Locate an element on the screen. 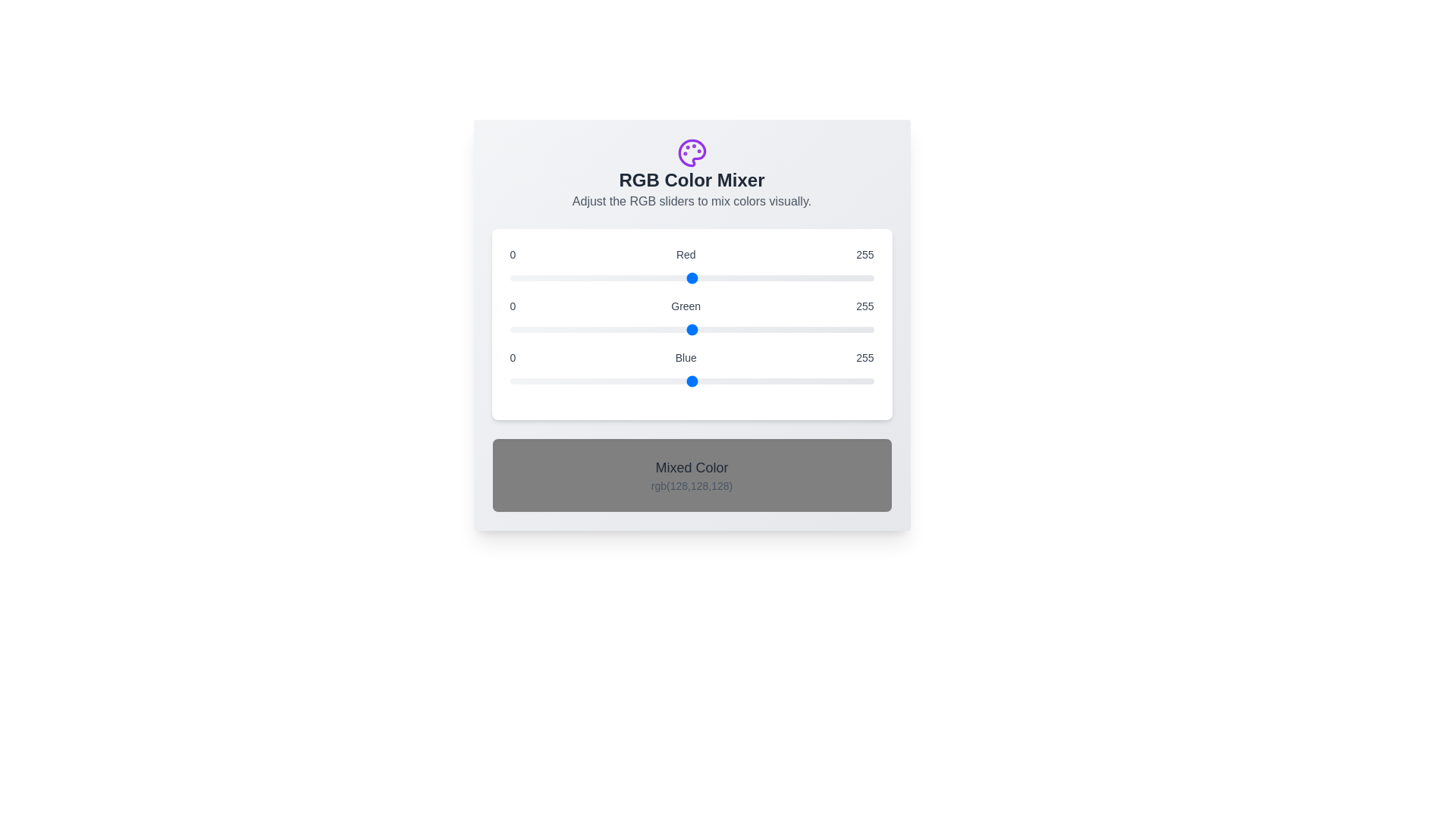 The image size is (1456, 819). the green slider to set the green component to 143 is located at coordinates (713, 329).